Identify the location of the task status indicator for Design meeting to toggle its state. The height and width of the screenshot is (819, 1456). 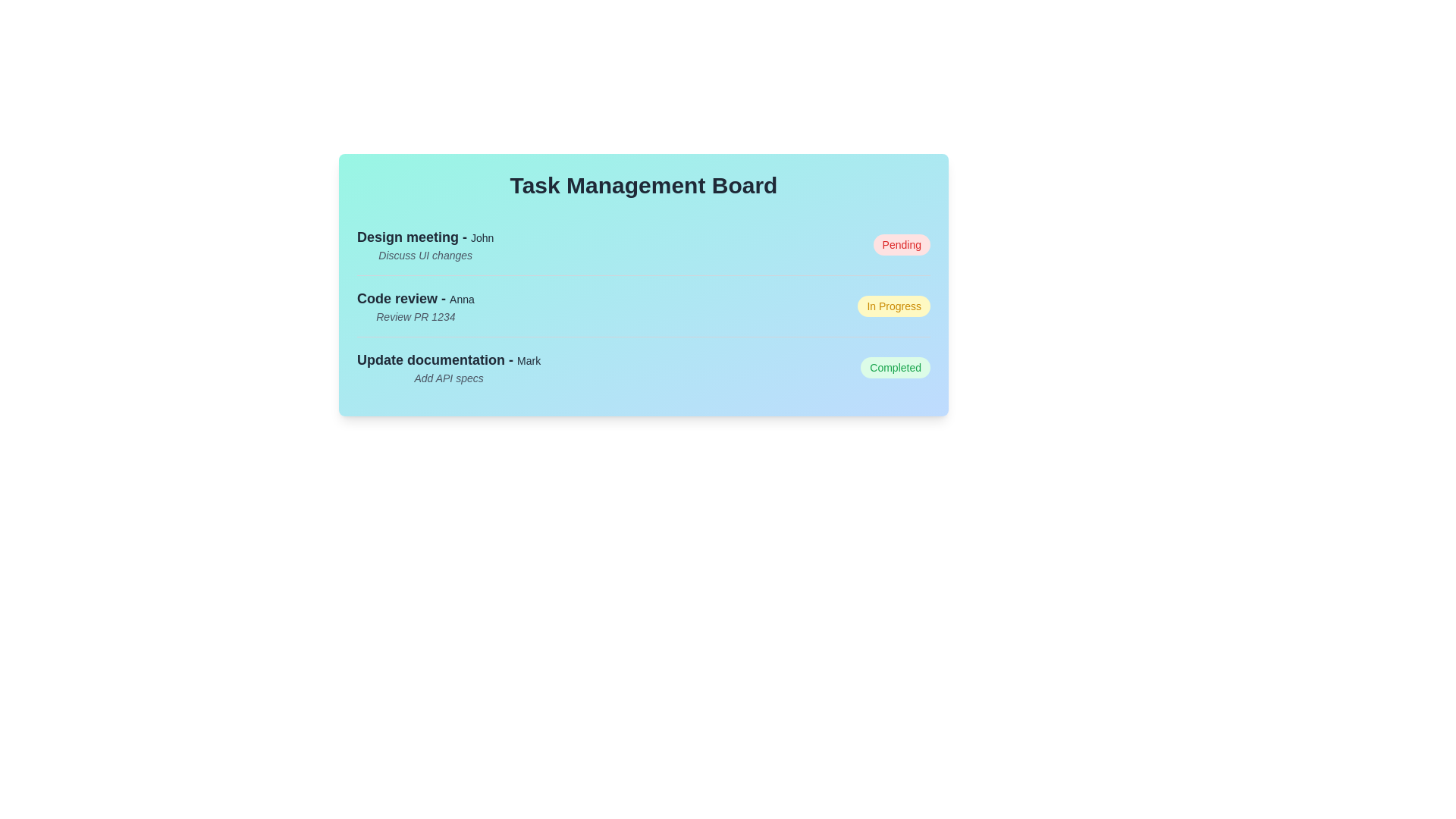
(902, 244).